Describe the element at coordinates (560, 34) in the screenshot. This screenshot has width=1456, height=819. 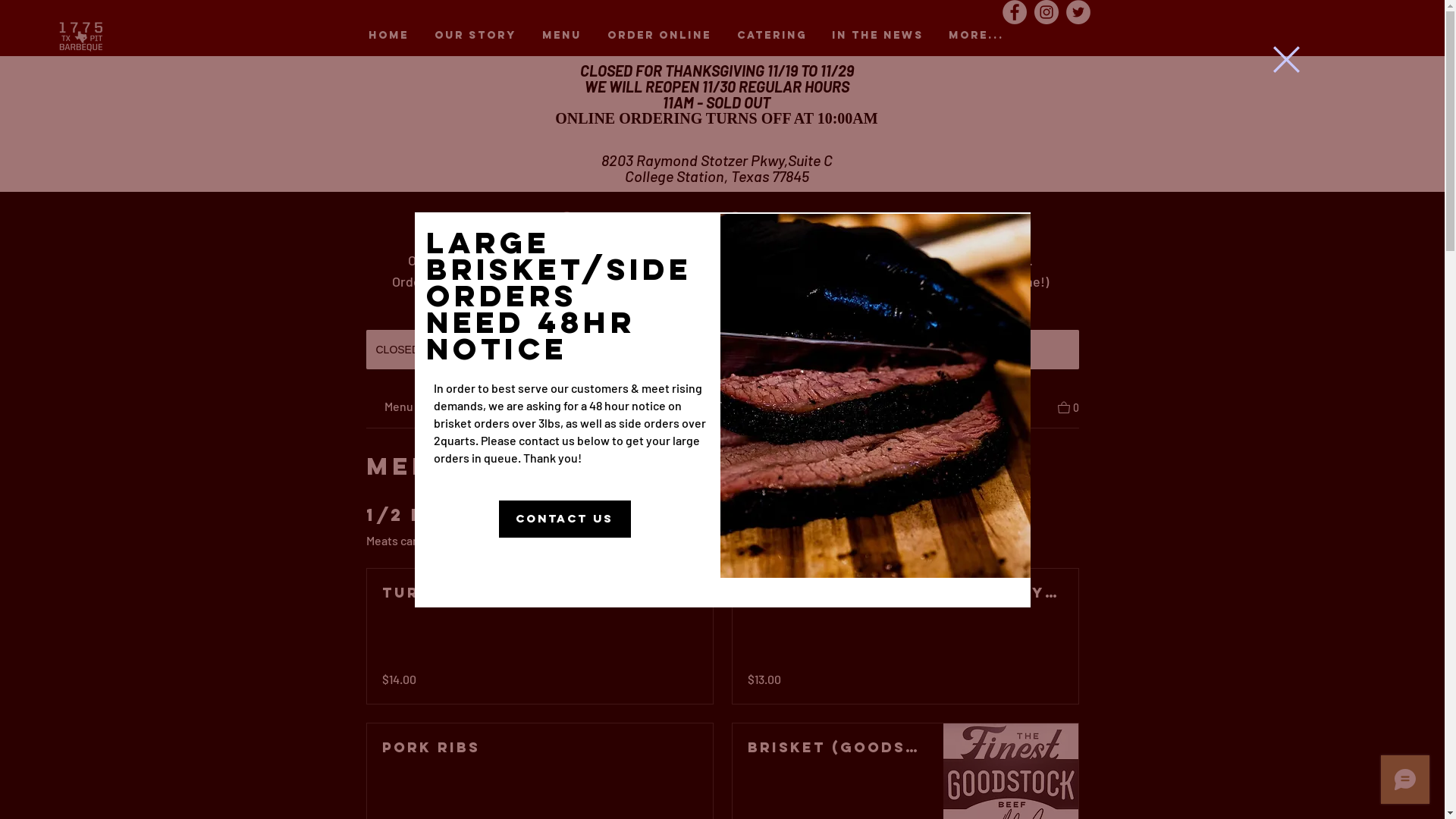
I see `'MENU'` at that location.